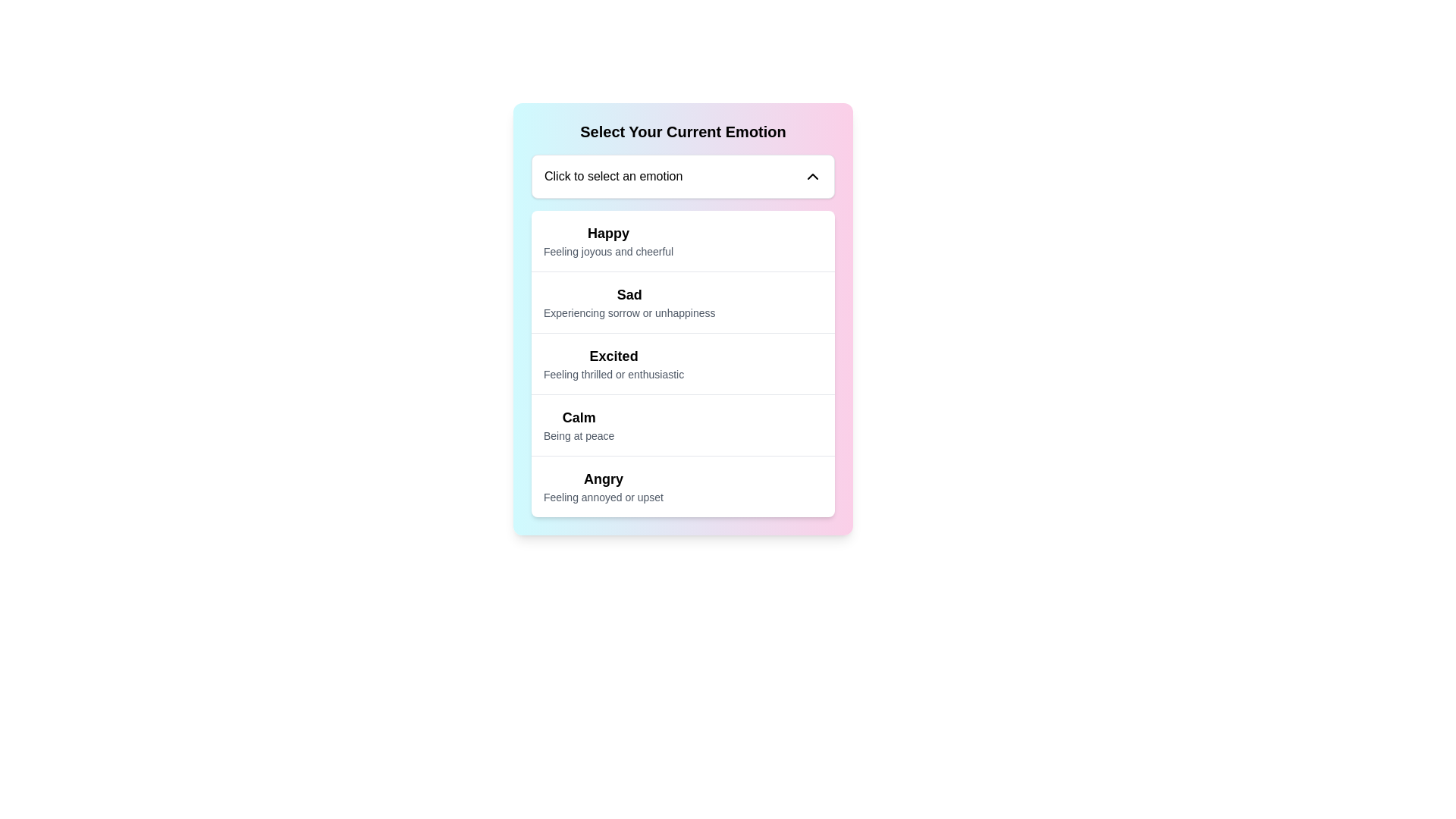 The width and height of the screenshot is (1456, 819). Describe the element at coordinates (578, 435) in the screenshot. I see `static text label that displays 'Being at peace', which is styled with a small font size and gray color, located directly below the title 'Calm' in the emotions list` at that location.